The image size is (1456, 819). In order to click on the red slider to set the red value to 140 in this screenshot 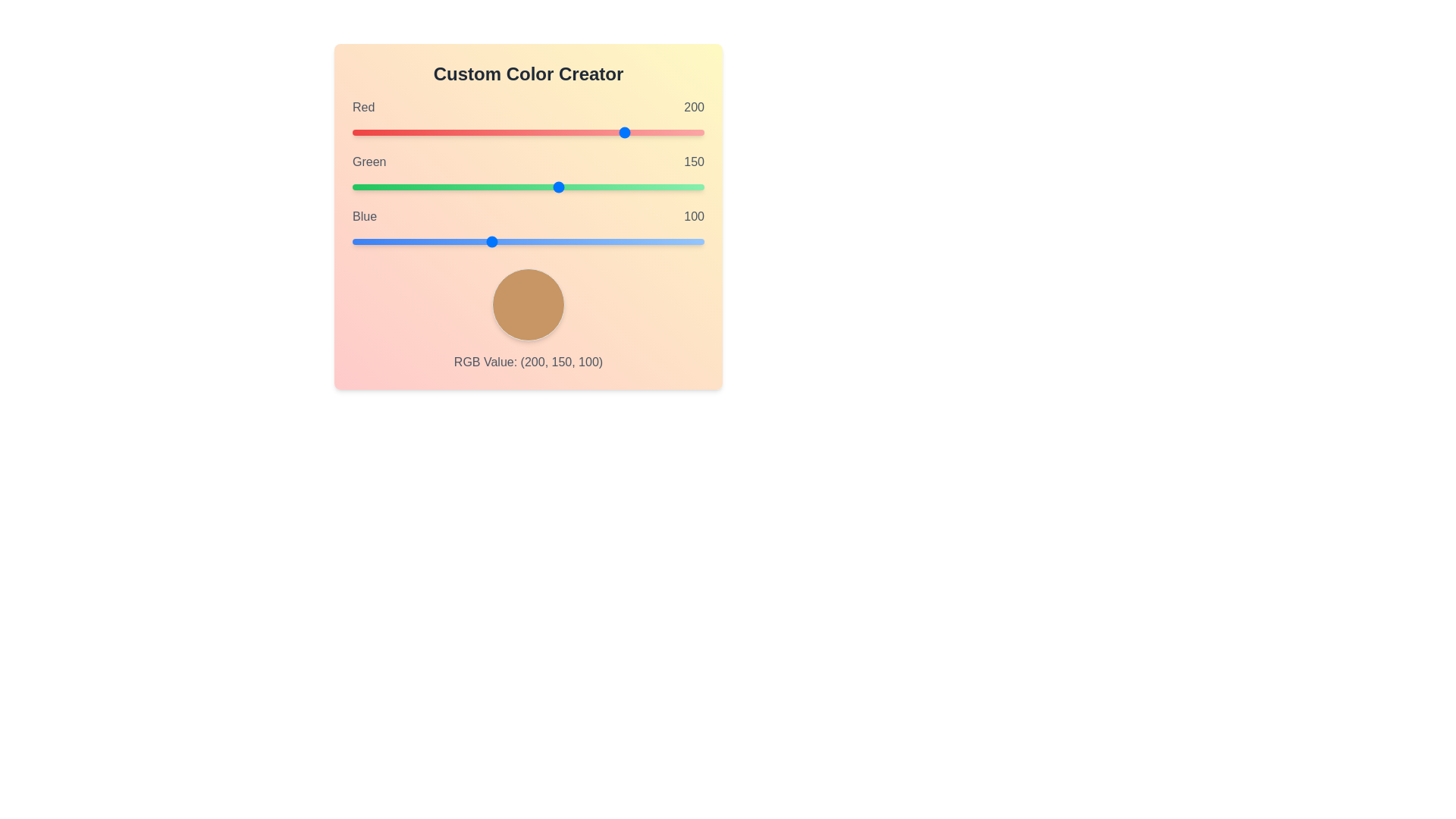, I will do `click(545, 131)`.